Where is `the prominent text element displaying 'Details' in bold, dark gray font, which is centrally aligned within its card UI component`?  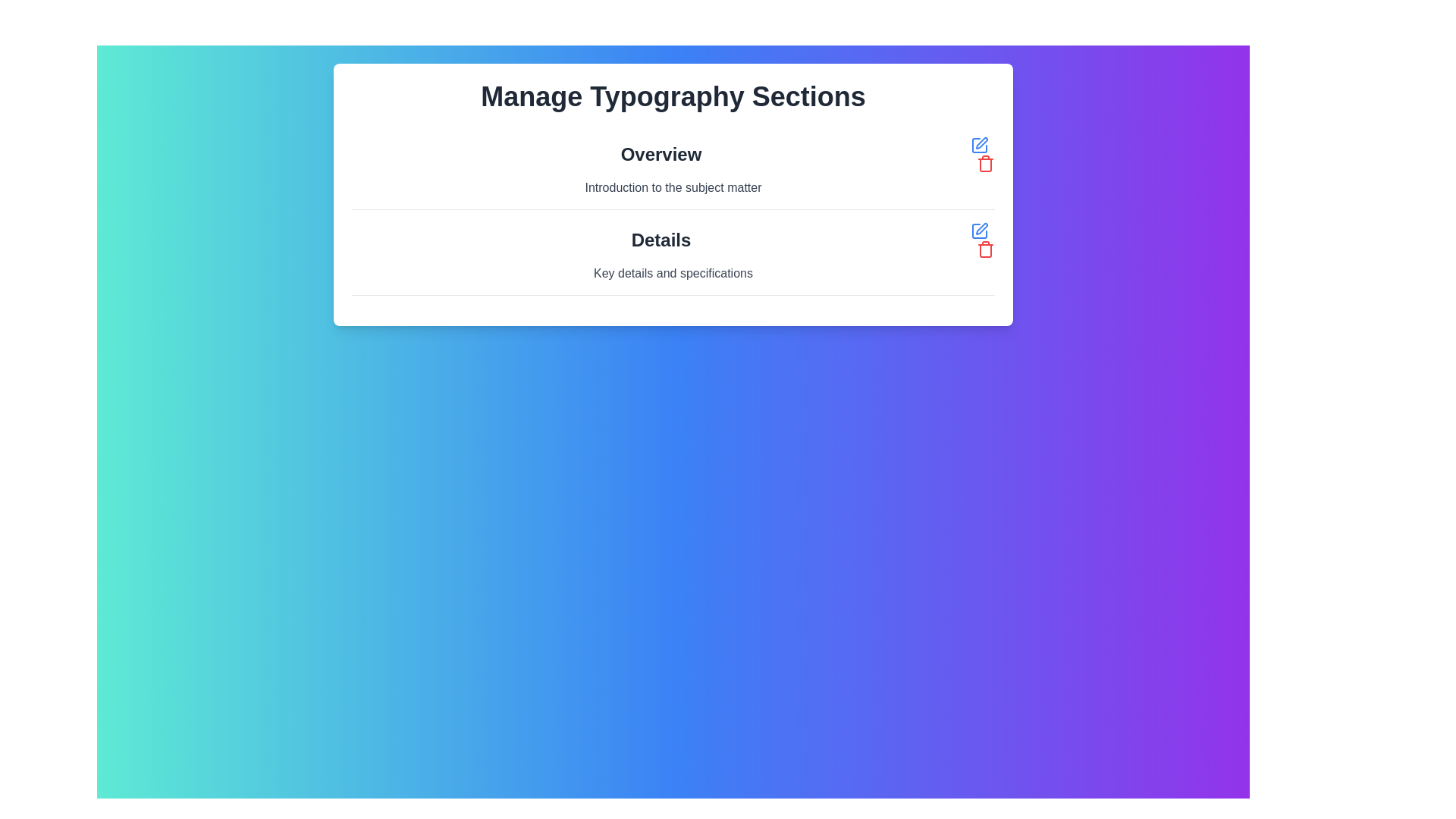
the prominent text element displaying 'Details' in bold, dark gray font, which is centrally aligned within its card UI component is located at coordinates (661, 239).